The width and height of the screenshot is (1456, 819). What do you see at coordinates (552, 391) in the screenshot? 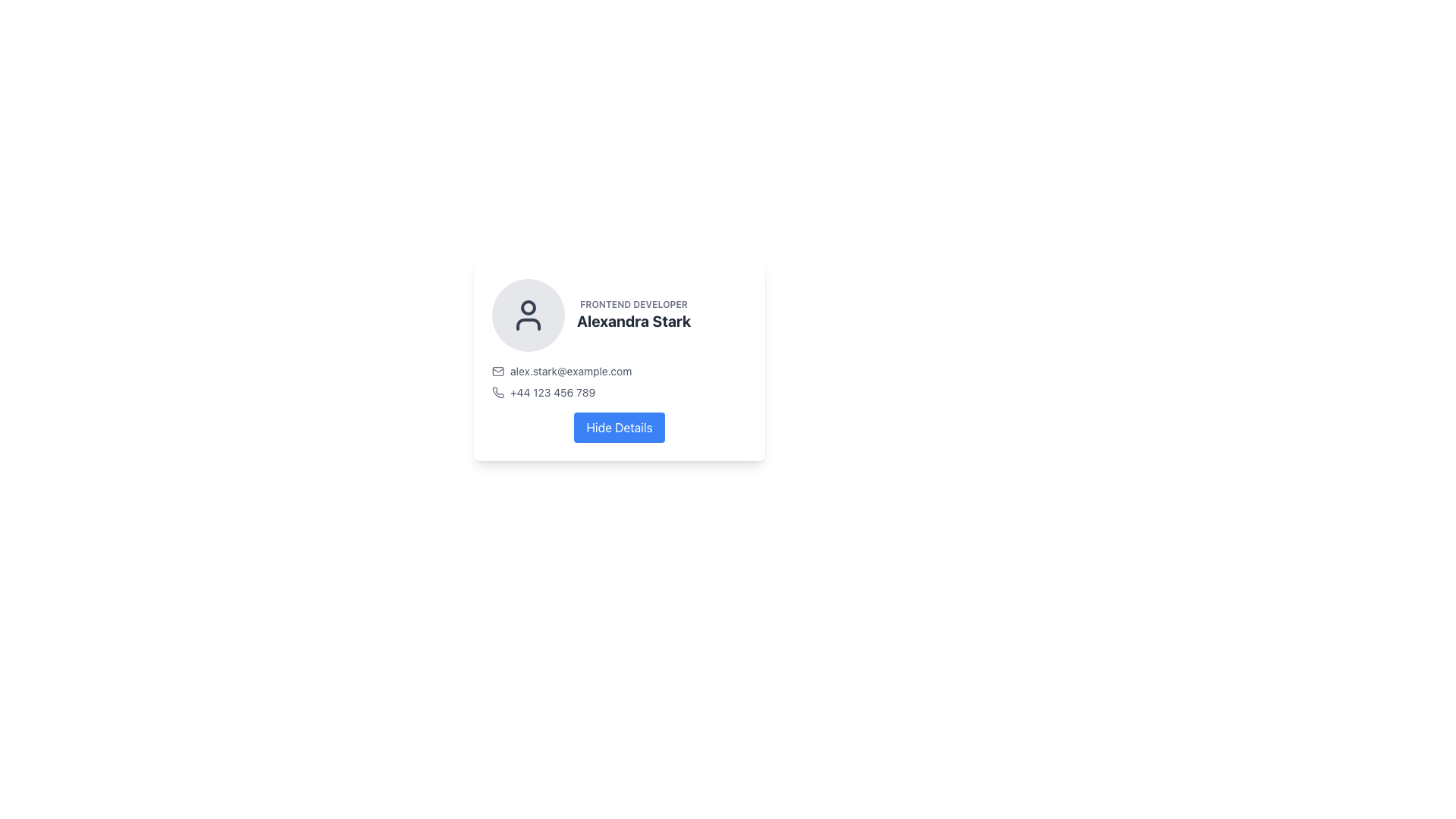
I see `the phone number text label '+44 123 456 789' in the user profile card, which is displayed in a small gray font and aligned horizontally with a phone icon` at bounding box center [552, 391].